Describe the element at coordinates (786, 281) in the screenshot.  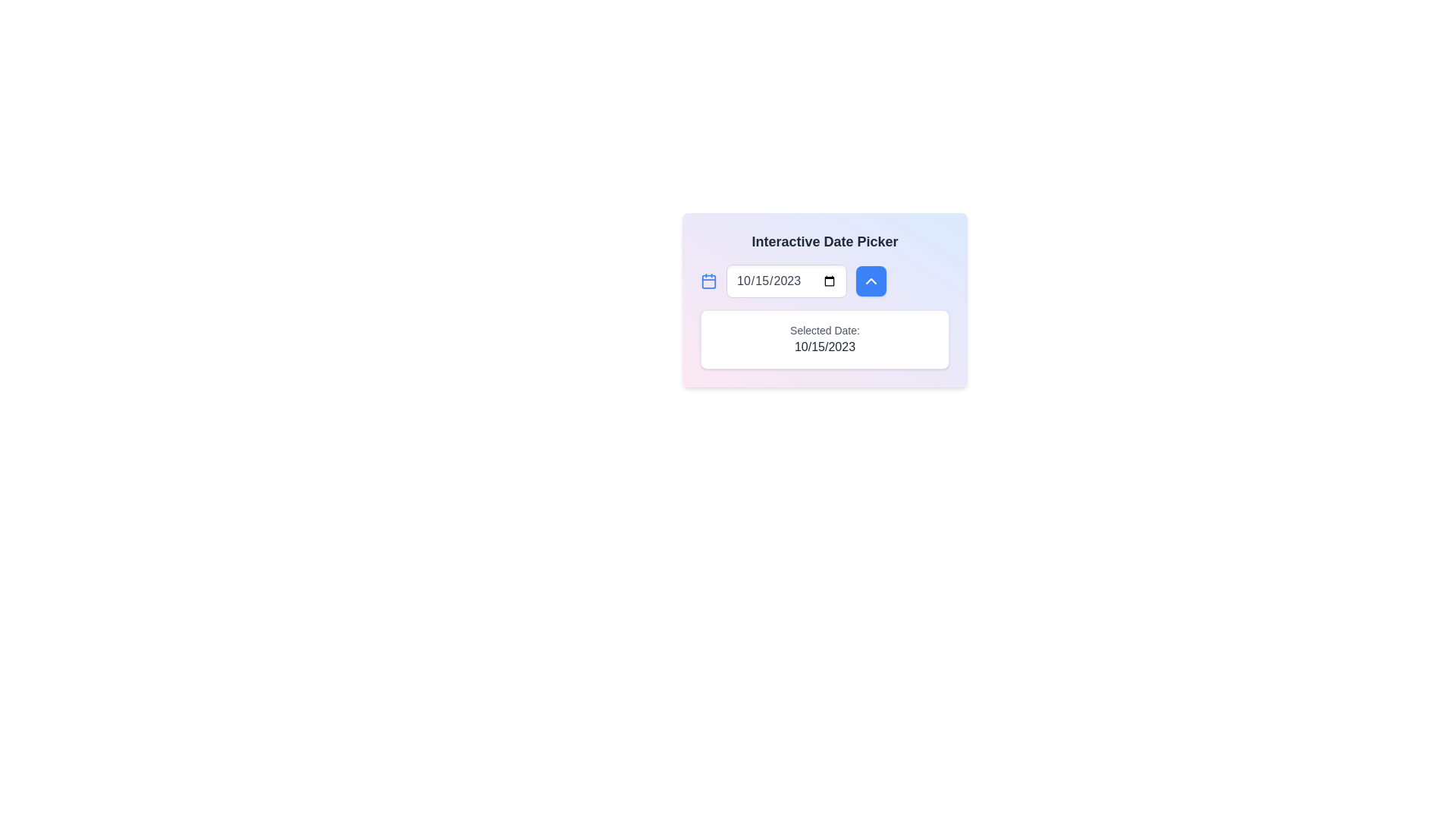
I see `the date picker input field to focus on it, which is a lightly rounded rectangle with a pale gray border and white background, centrally positioned between a calendar icon and an up-arrow button` at that location.